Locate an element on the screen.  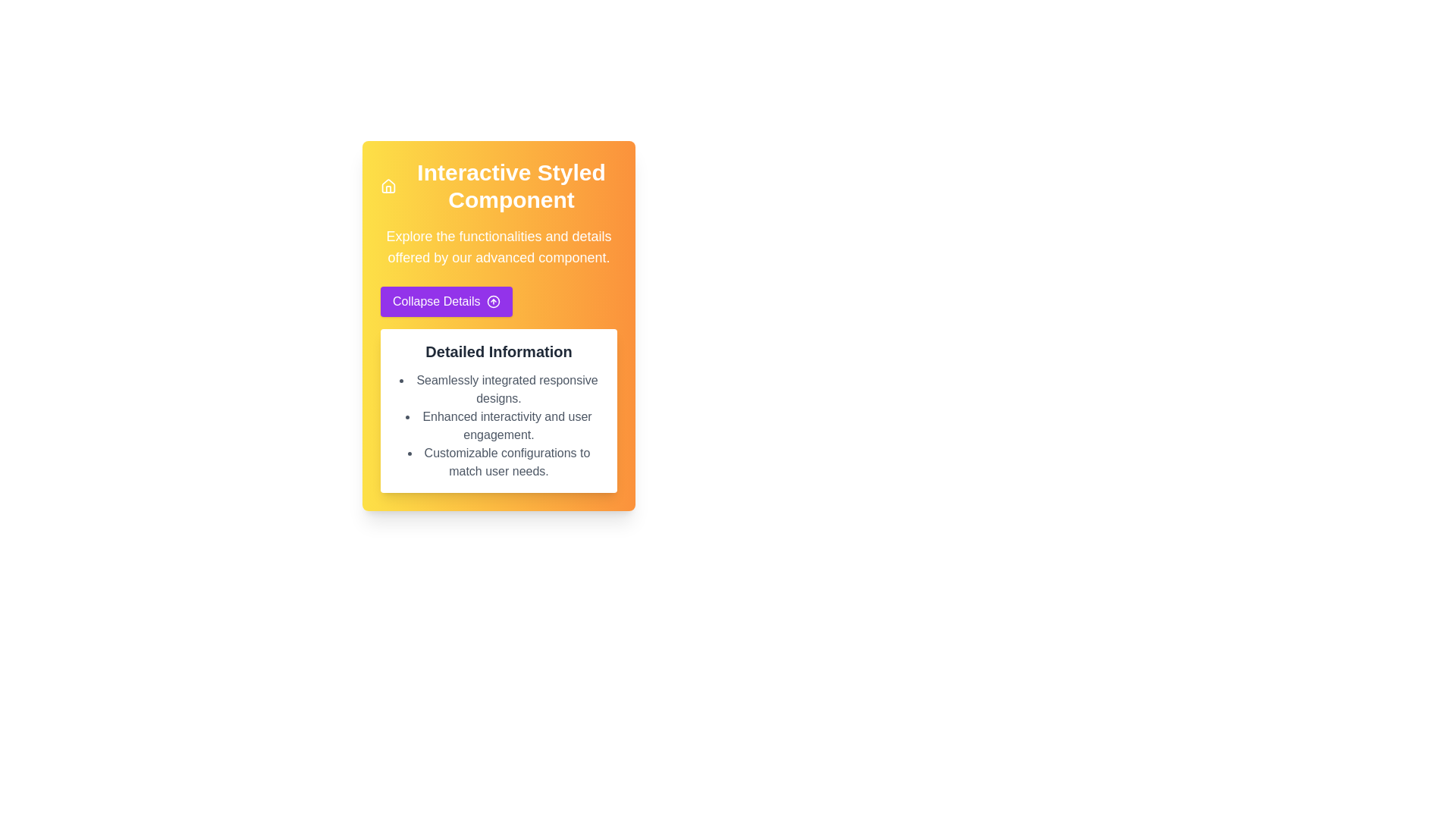
the third list item in the bulleted list reading 'Customizable configurations to match user needs.' located within the 'Detailed Information' section of the orange card titled 'Interactive Styled Component' is located at coordinates (498, 461).